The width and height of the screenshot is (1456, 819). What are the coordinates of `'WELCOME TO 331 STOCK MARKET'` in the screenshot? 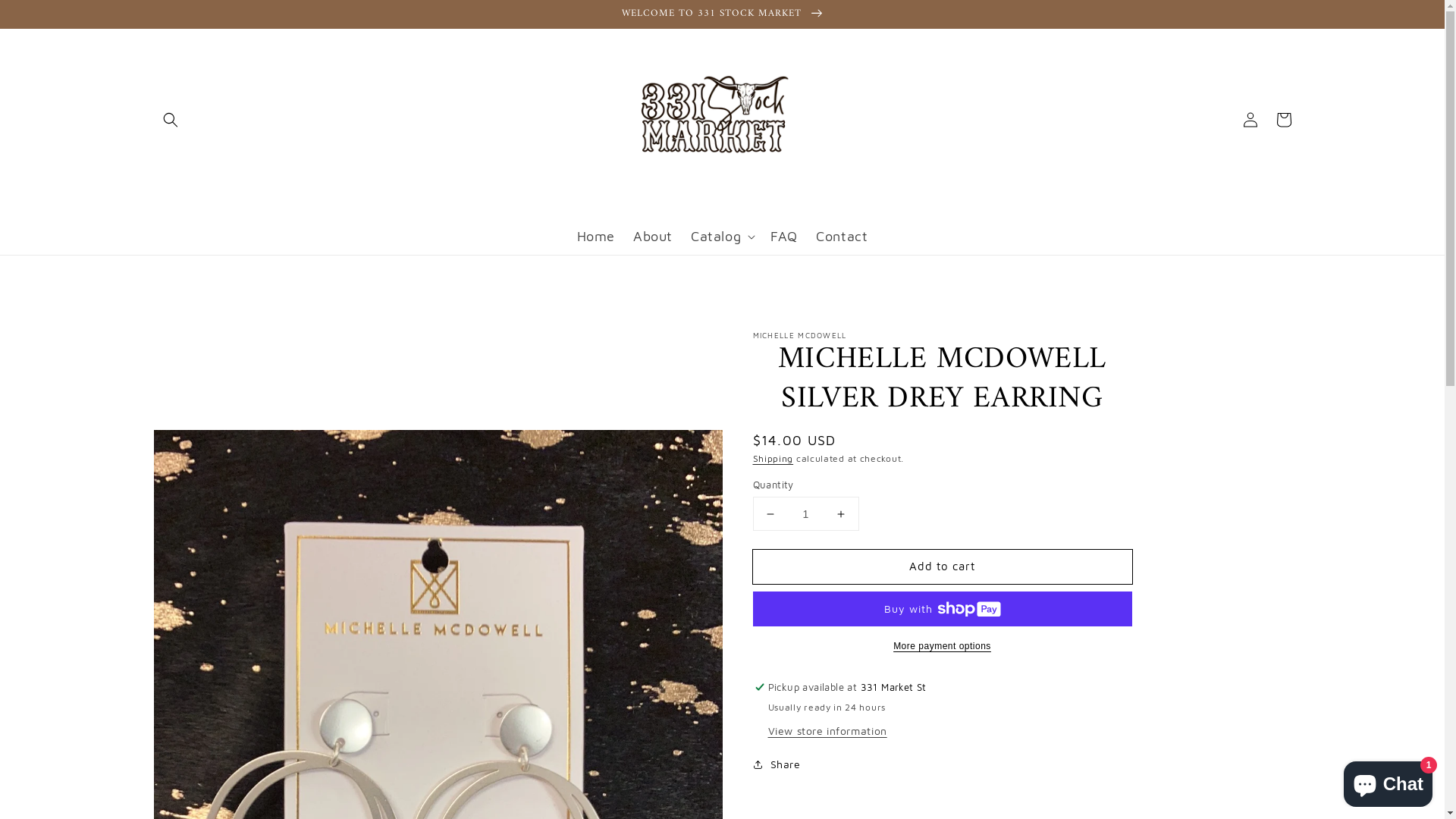 It's located at (721, 14).